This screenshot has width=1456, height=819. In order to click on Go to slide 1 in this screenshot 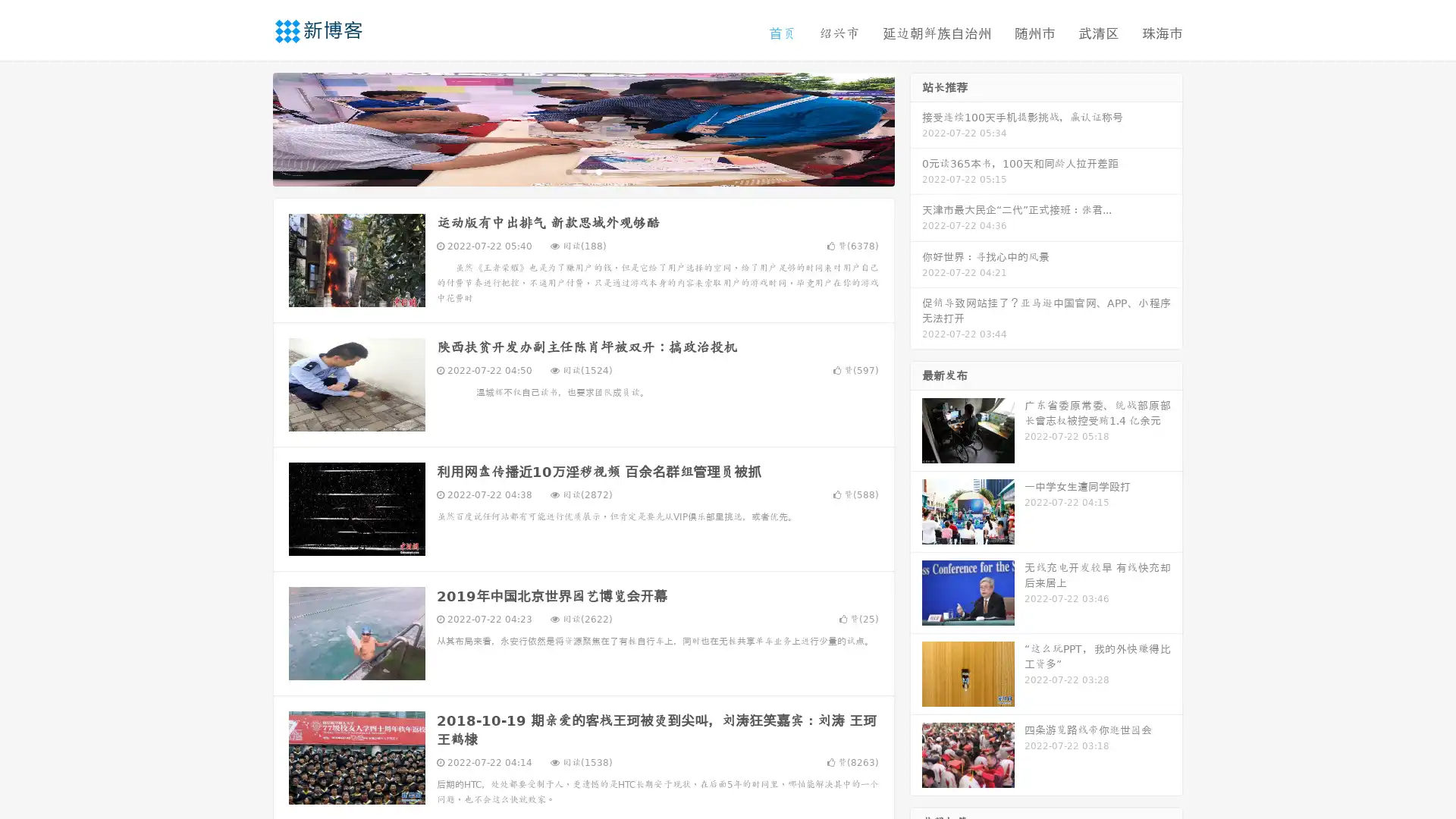, I will do `click(567, 171)`.